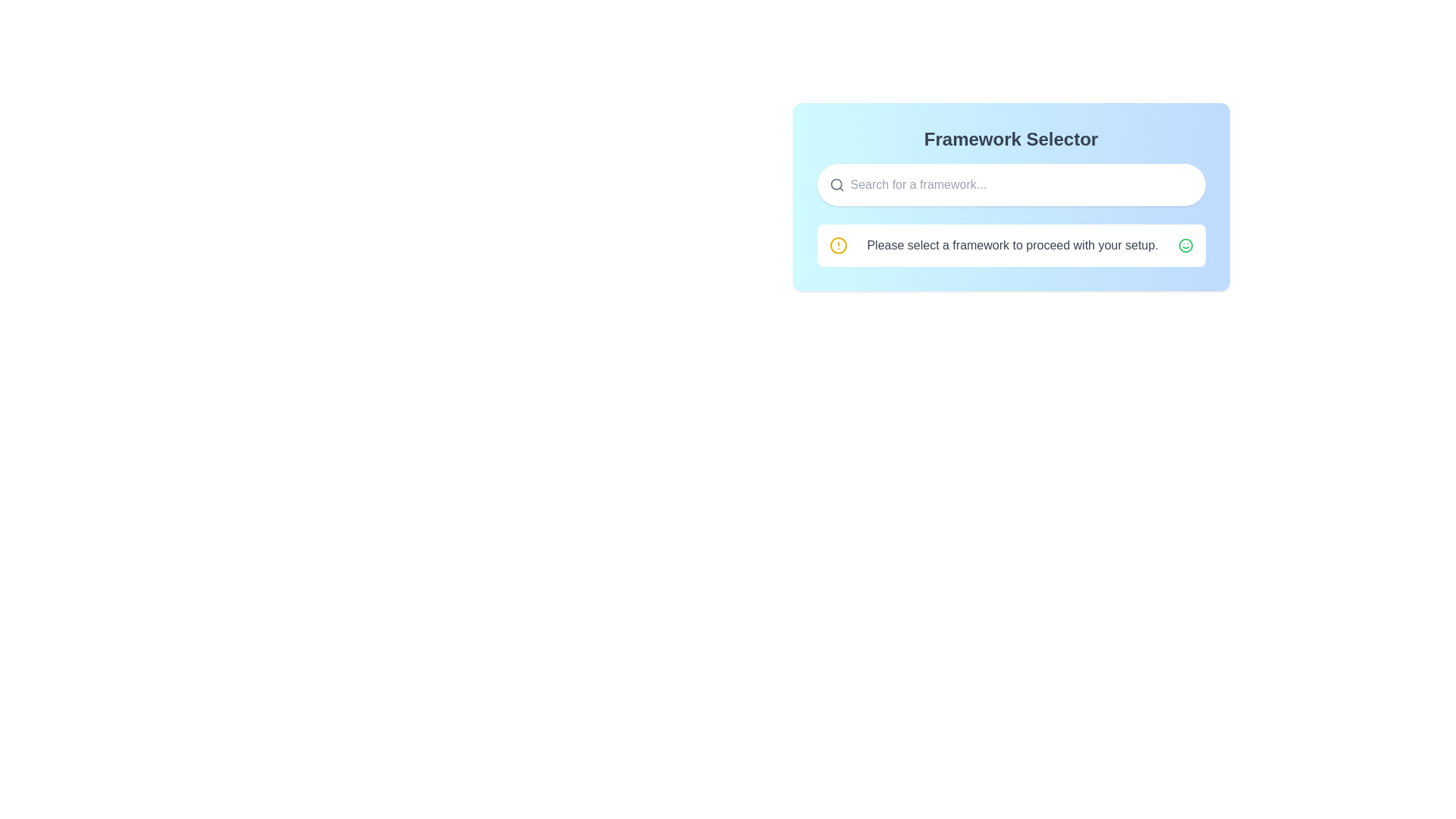 The image size is (1456, 819). Describe the element at coordinates (1012, 245) in the screenshot. I see `instruction text that is centrally positioned between a yellow alert icon and a green smile icon in a horizontally aligned layout, below a search input field` at that location.